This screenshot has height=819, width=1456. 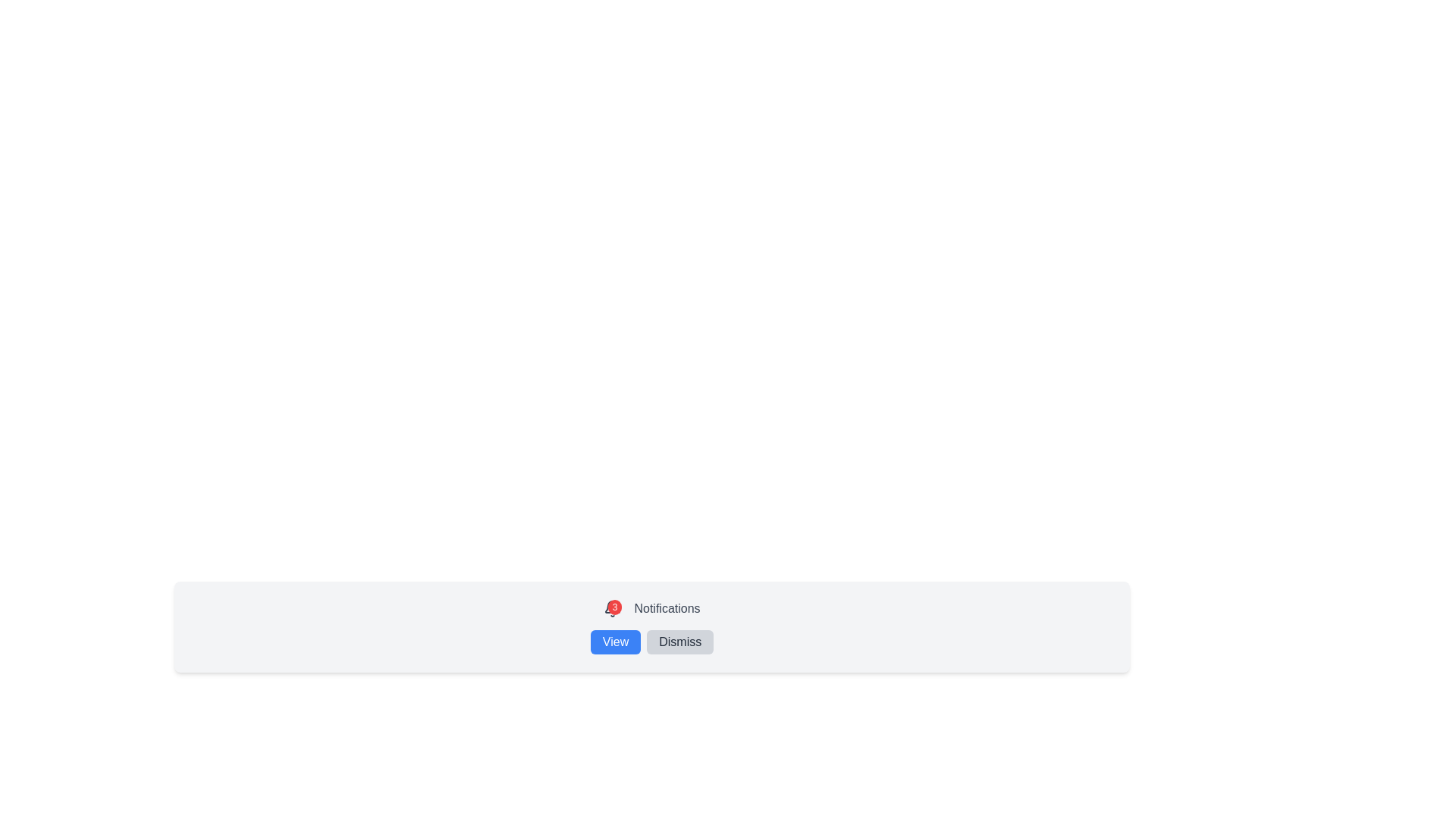 What do you see at coordinates (615, 642) in the screenshot?
I see `the modern blue 'View' button with rounded corners located near the bottom-center of the interface` at bounding box center [615, 642].